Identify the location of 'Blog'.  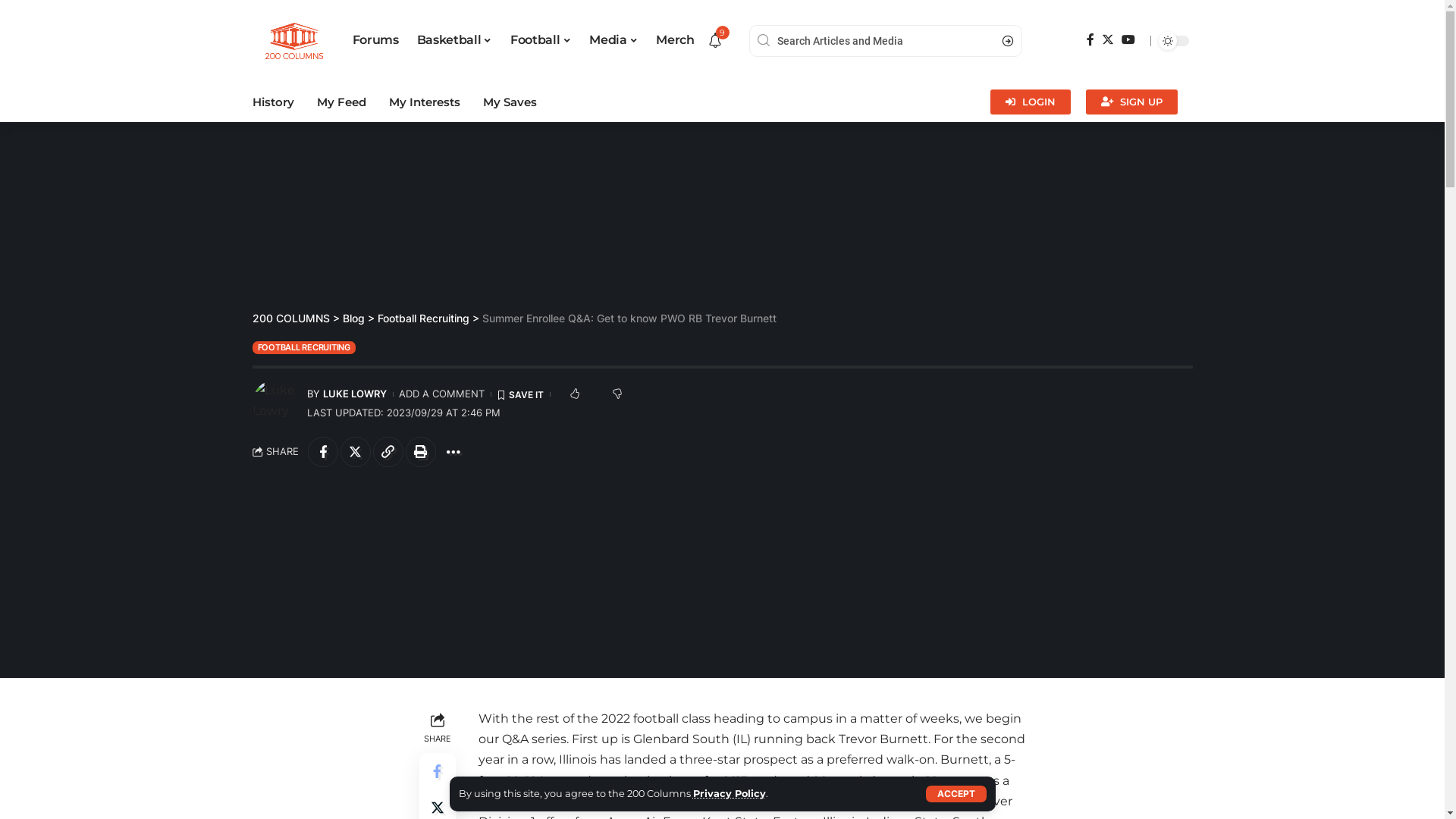
(341, 317).